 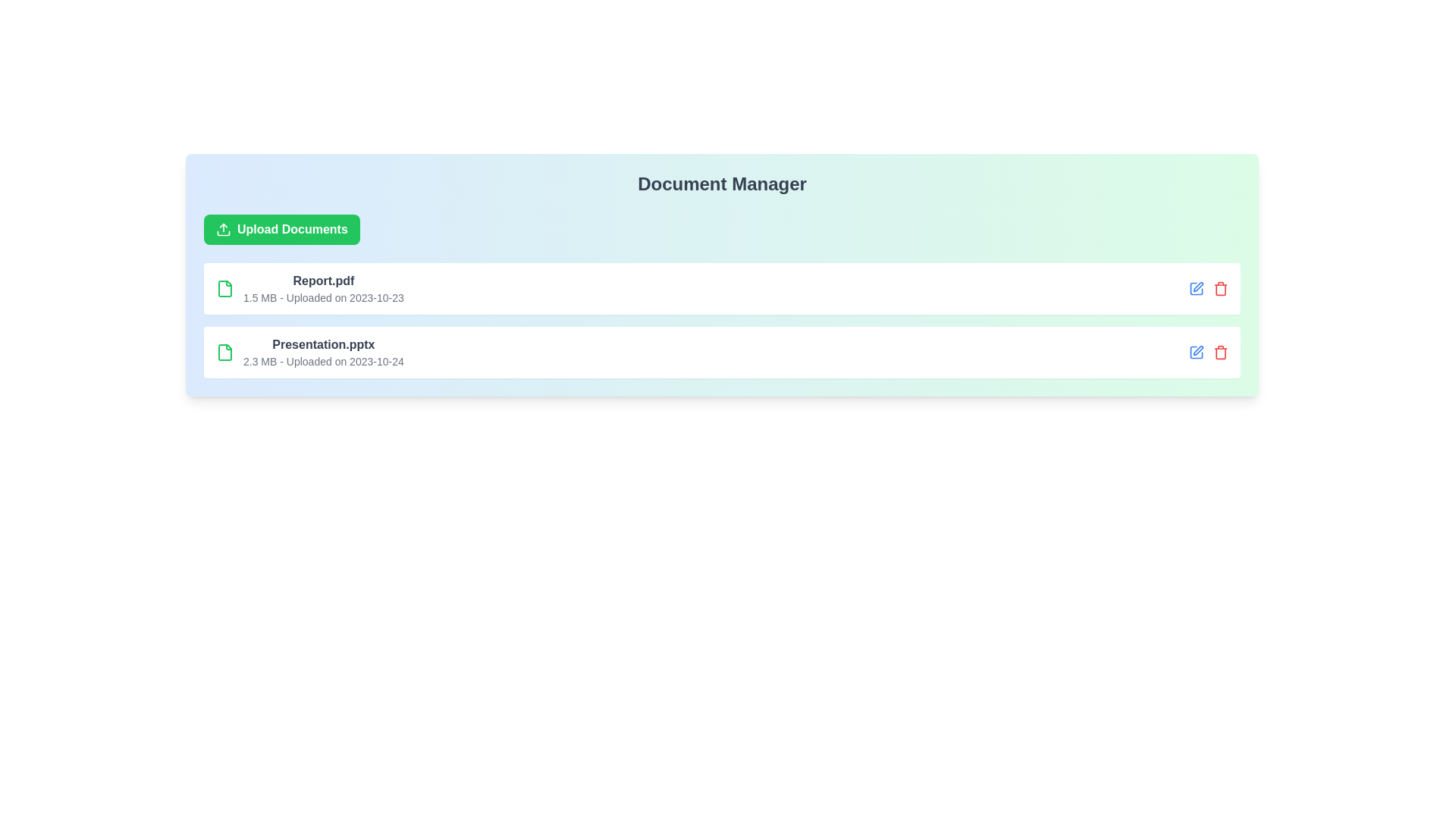 I want to click on the Text label that provides metadata about the file 'Report.pdf', which displays its size and upload date, located below the file name in the first document entry of the vertical list, so click(x=322, y=298).